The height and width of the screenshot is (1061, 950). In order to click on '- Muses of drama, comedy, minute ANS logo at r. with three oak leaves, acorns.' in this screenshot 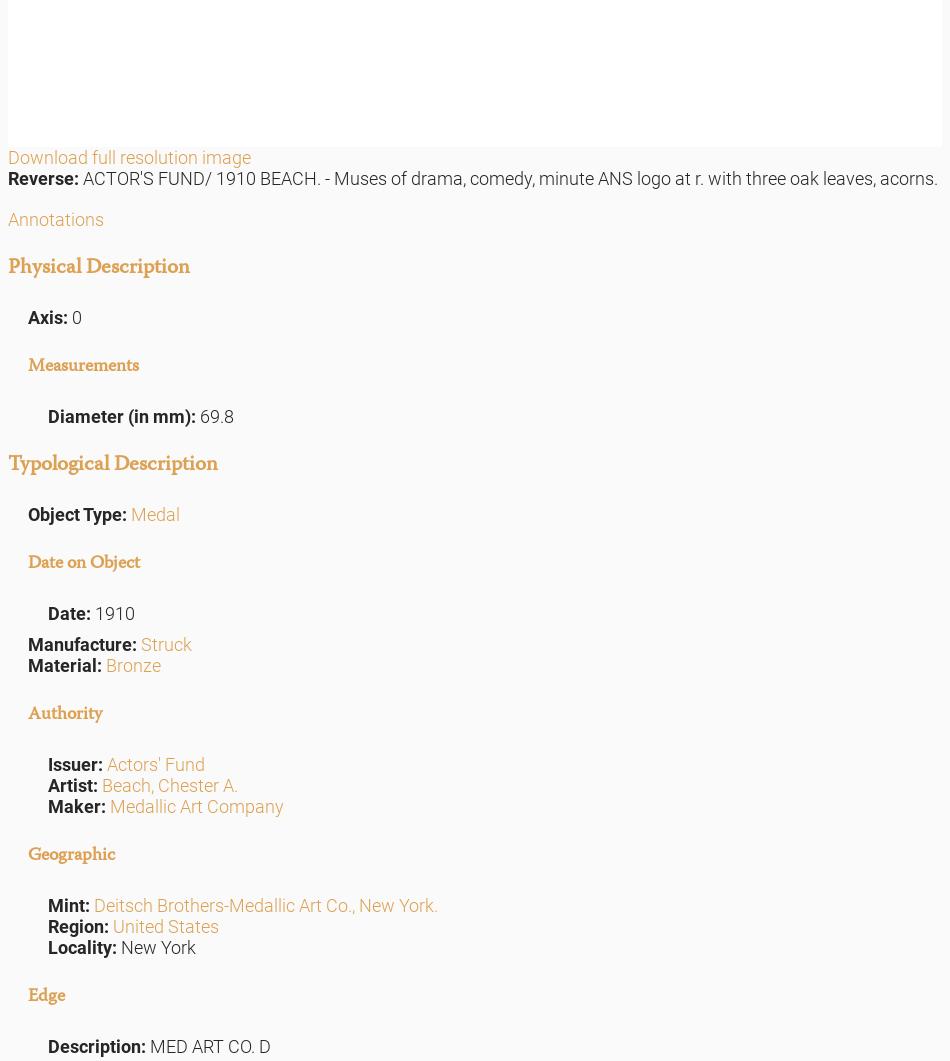, I will do `click(629, 177)`.